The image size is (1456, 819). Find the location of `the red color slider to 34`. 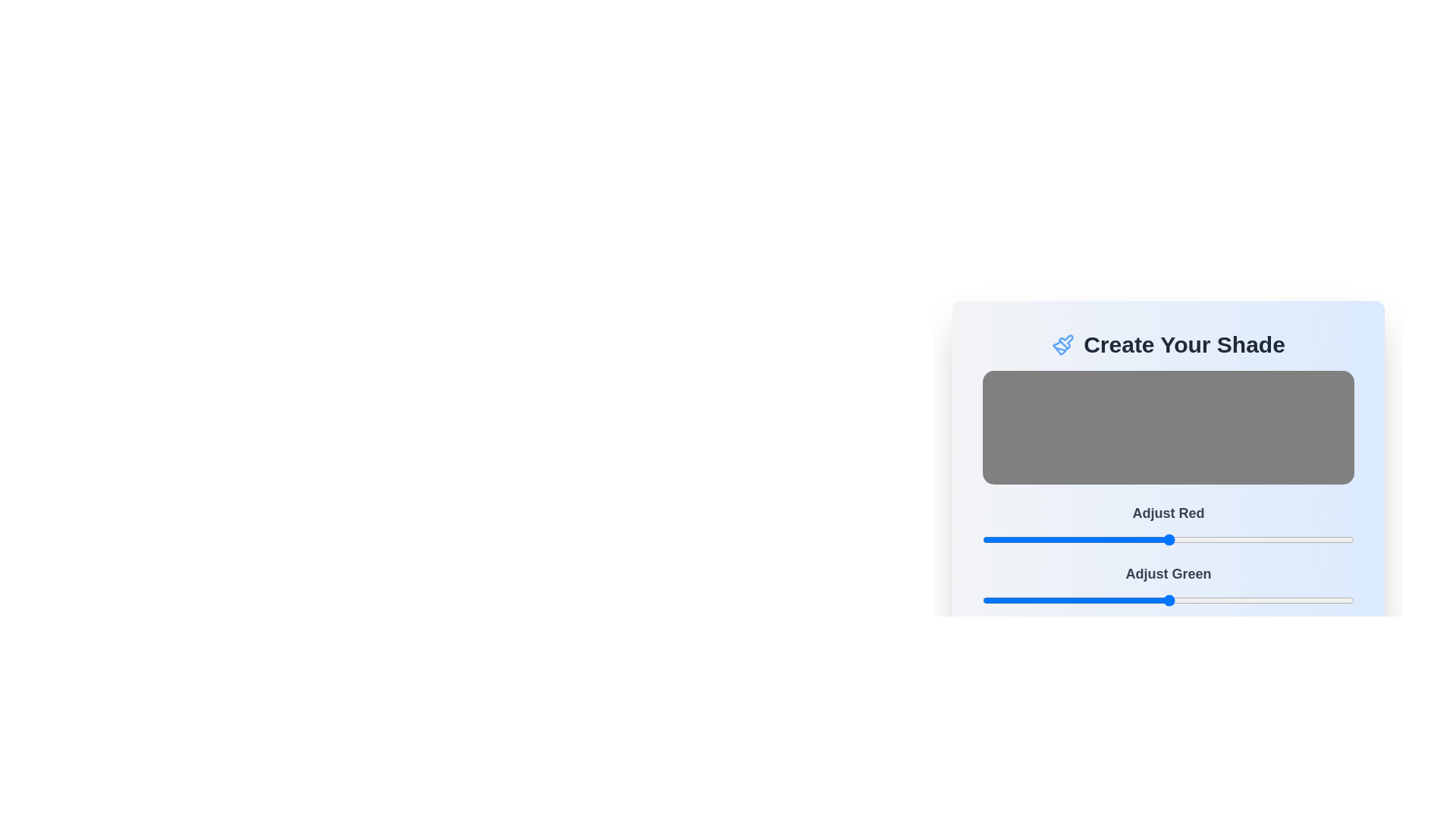

the red color slider to 34 is located at coordinates (1031, 539).